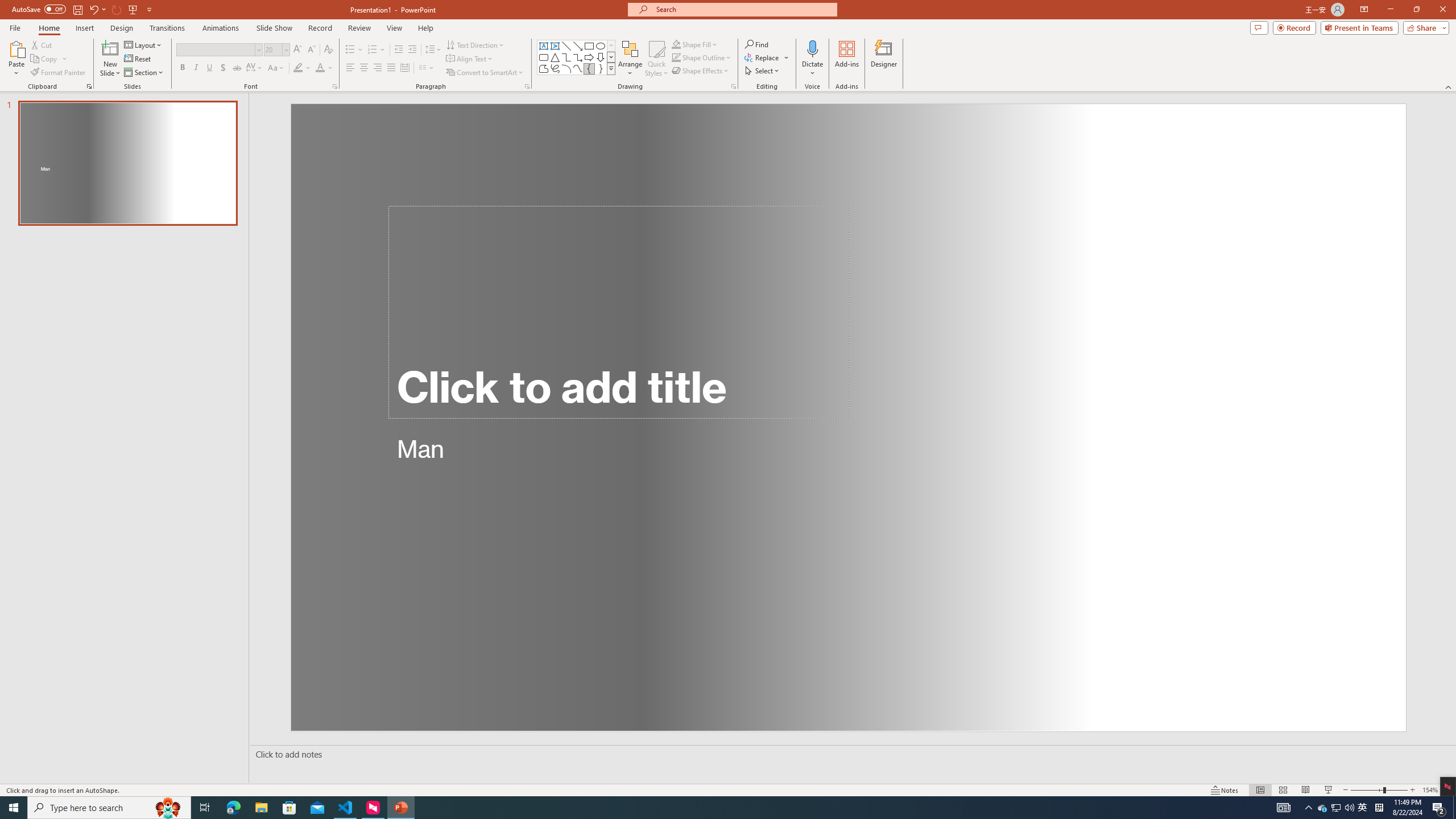 Image resolution: width=1456 pixels, height=819 pixels. I want to click on 'Increase Font Size', so click(297, 49).